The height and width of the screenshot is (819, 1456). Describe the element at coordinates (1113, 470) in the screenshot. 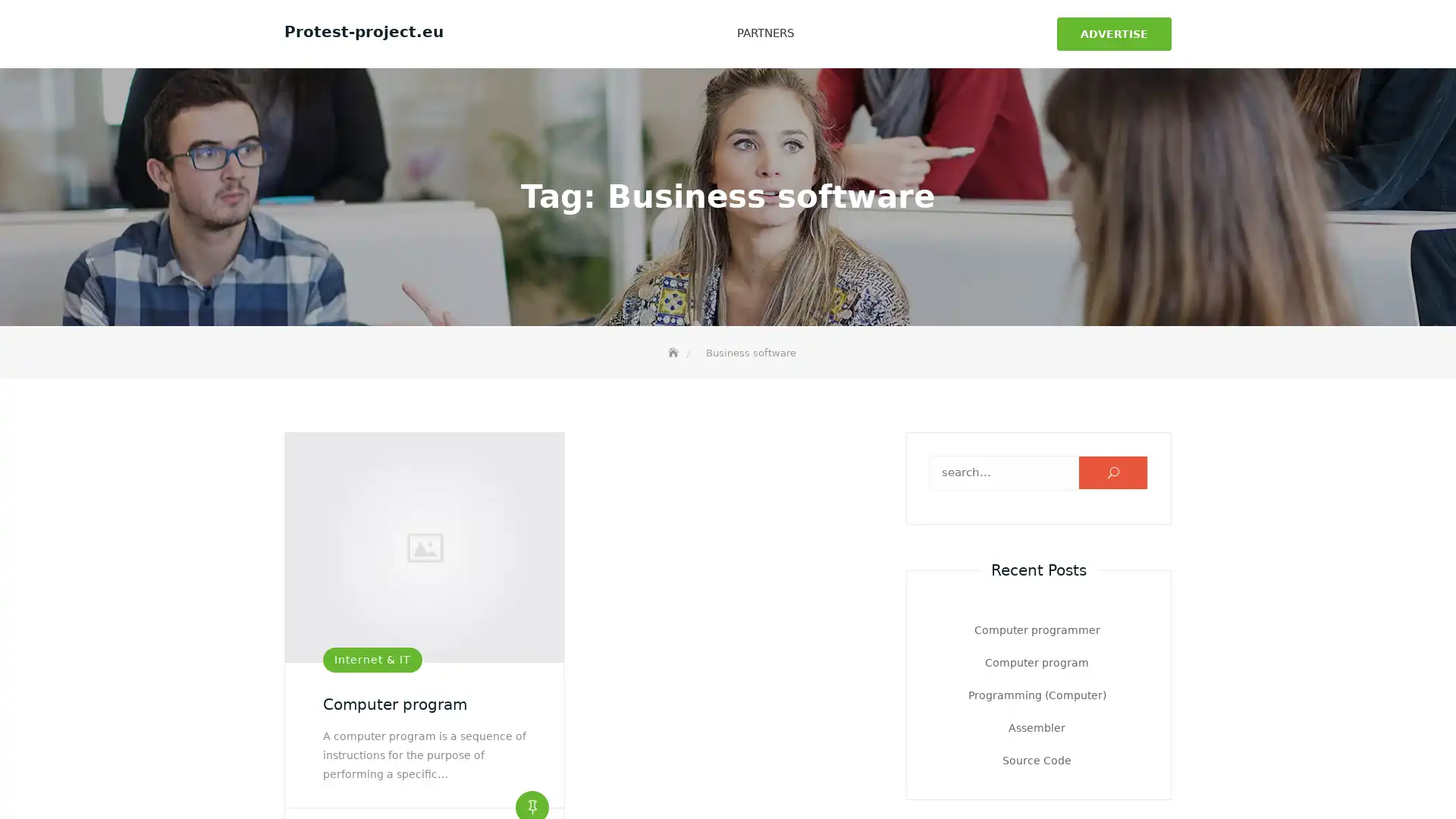

I see `U` at that location.